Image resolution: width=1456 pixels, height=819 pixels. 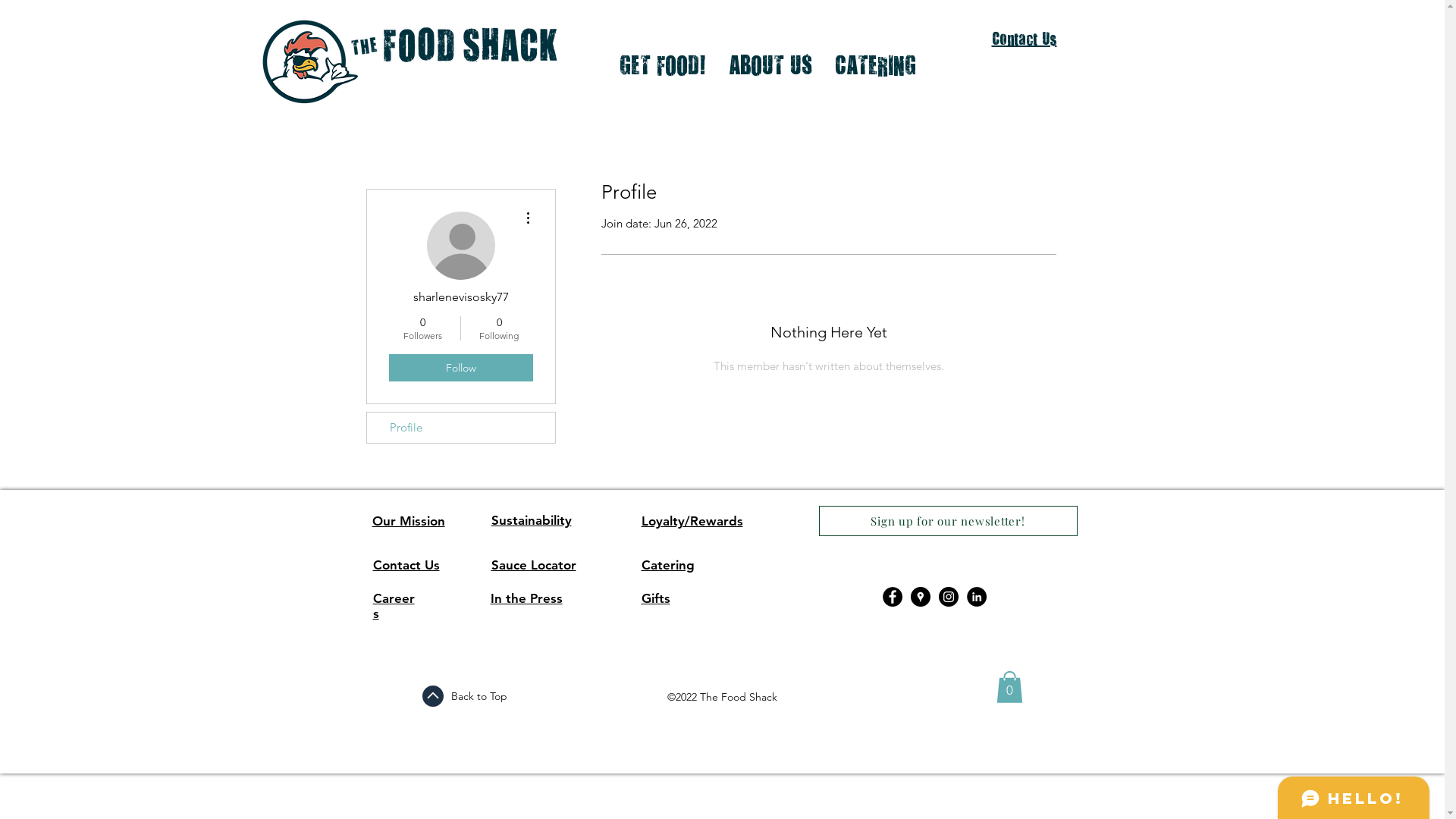 What do you see at coordinates (459, 368) in the screenshot?
I see `'Follow'` at bounding box center [459, 368].